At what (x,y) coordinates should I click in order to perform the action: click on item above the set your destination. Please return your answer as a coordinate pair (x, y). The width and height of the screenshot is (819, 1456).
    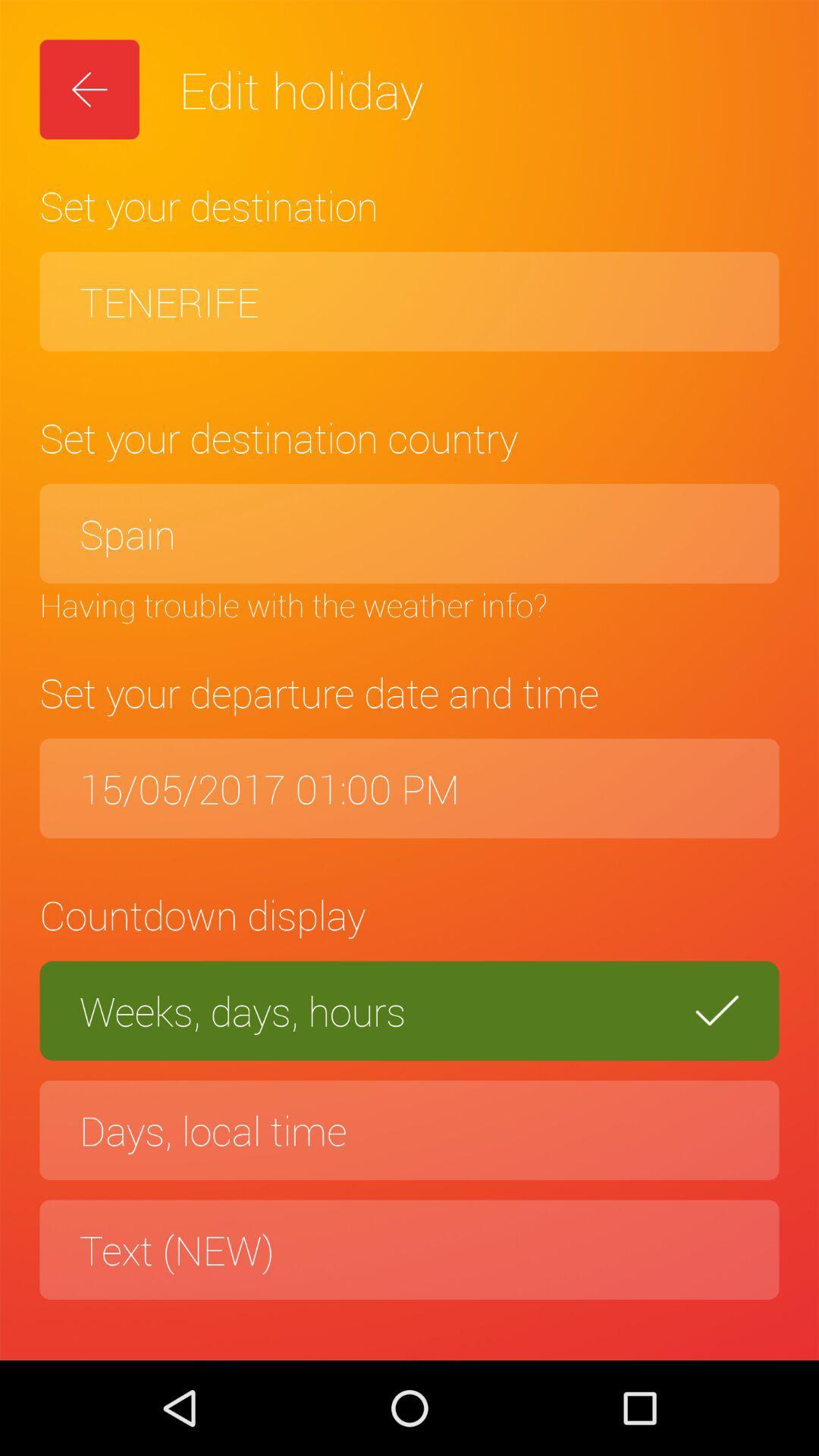
    Looking at the image, I should click on (409, 301).